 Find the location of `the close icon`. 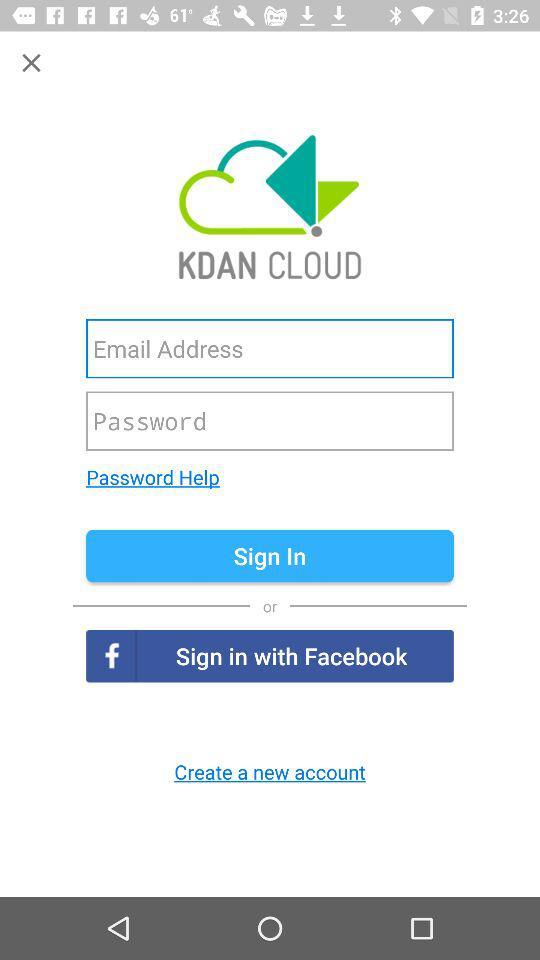

the close icon is located at coordinates (30, 62).